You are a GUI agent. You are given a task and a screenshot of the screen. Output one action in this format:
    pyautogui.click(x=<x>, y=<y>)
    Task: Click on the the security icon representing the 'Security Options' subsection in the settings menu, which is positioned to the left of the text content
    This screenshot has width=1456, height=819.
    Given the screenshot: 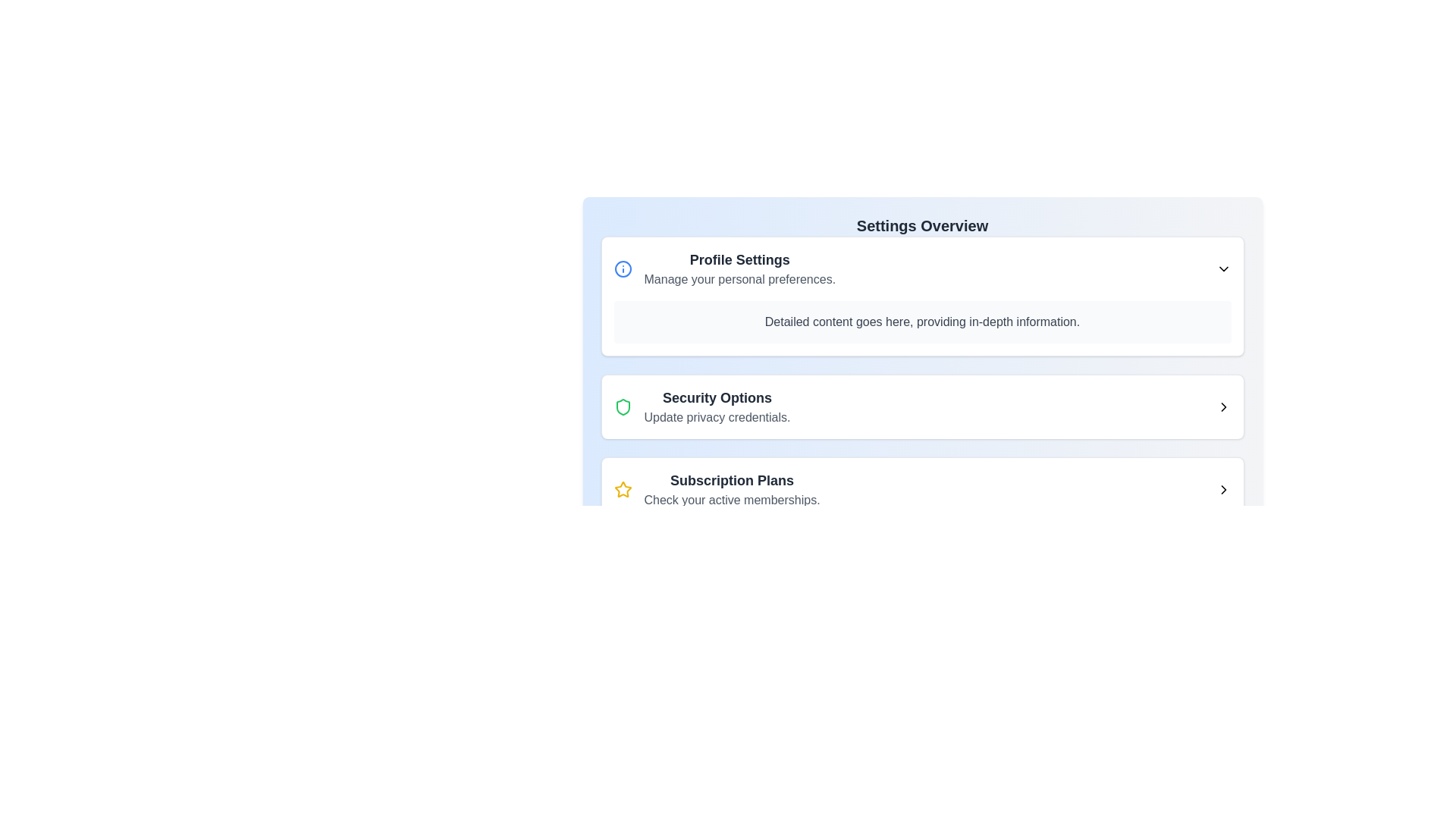 What is the action you would take?
    pyautogui.click(x=623, y=406)
    